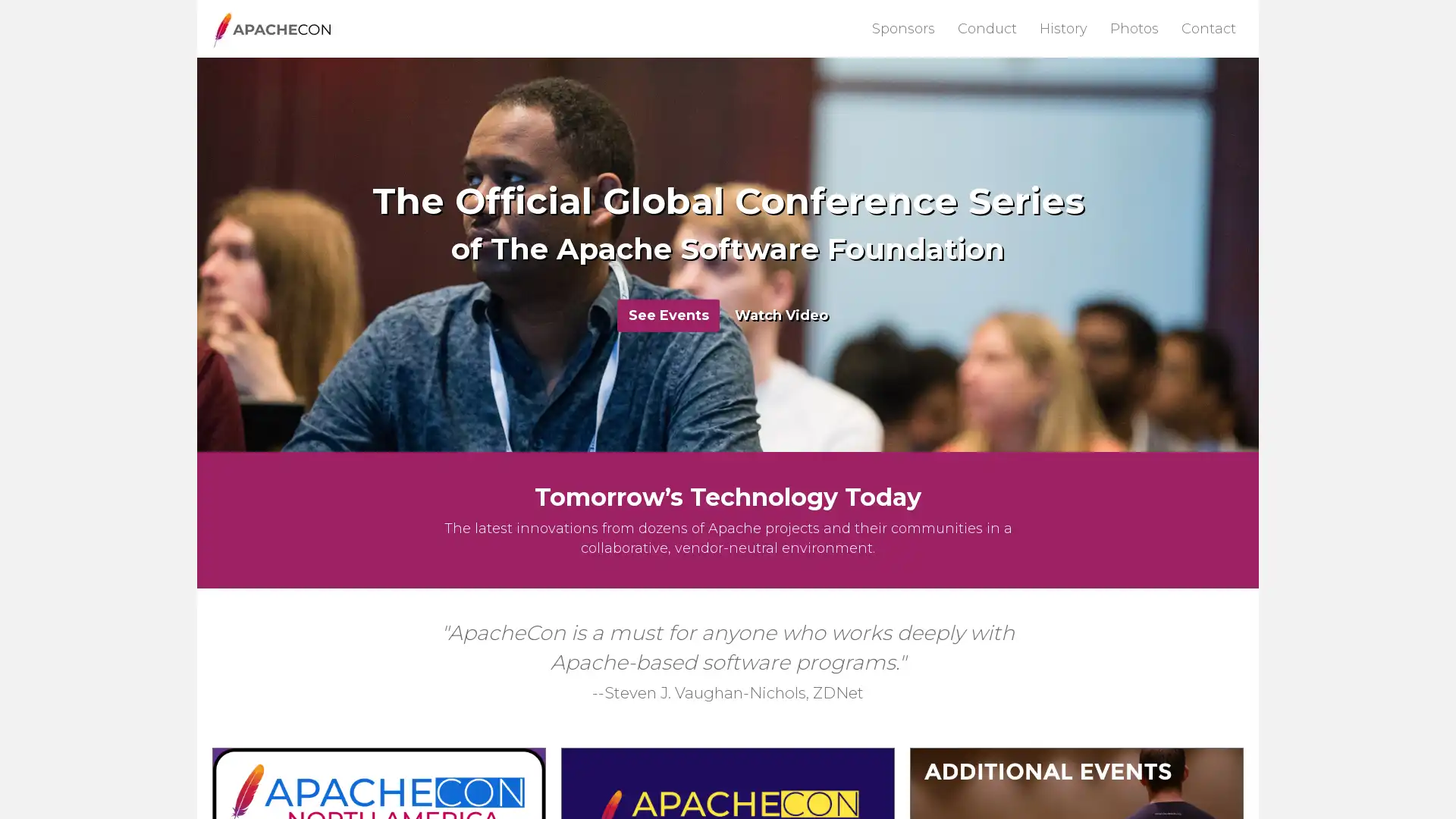 The image size is (1456, 819). What do you see at coordinates (781, 314) in the screenshot?
I see `Watch Video` at bounding box center [781, 314].